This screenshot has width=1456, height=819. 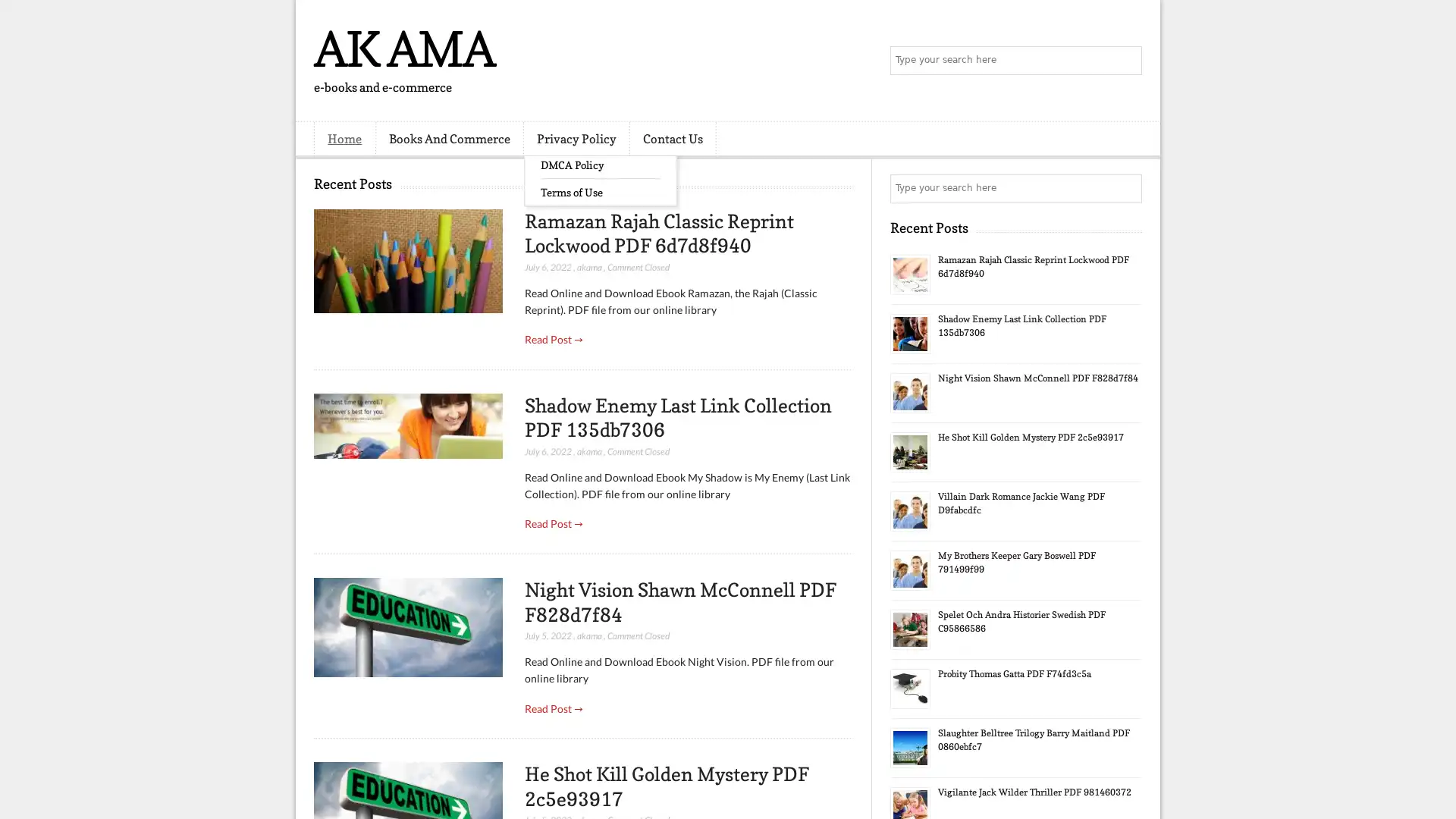 I want to click on Search, so click(x=1126, y=188).